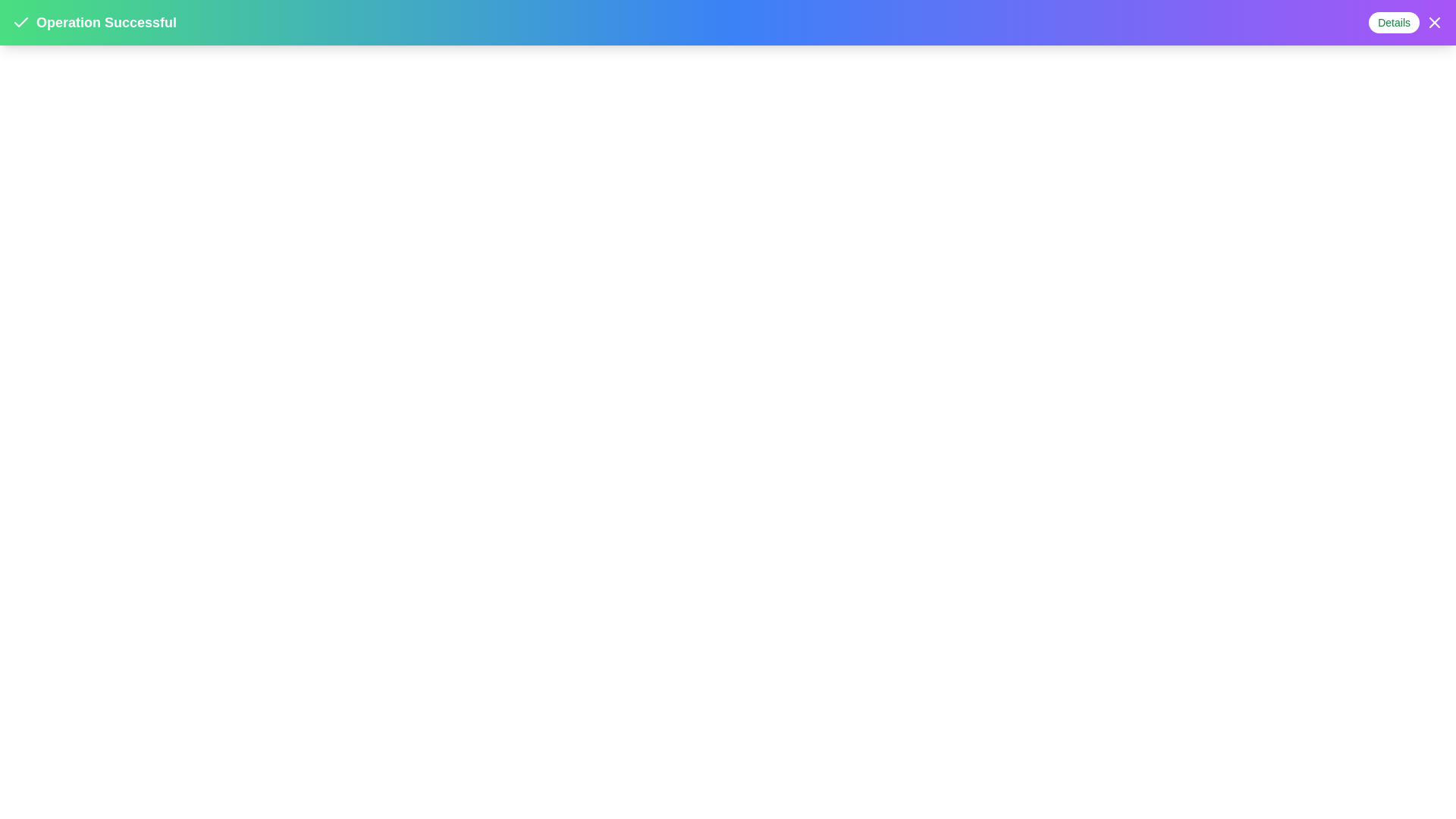 This screenshot has height=819, width=1456. What do you see at coordinates (21, 22) in the screenshot?
I see `the green checkmark icon located to the left of the 'Operation Successful' text in the header bar` at bounding box center [21, 22].